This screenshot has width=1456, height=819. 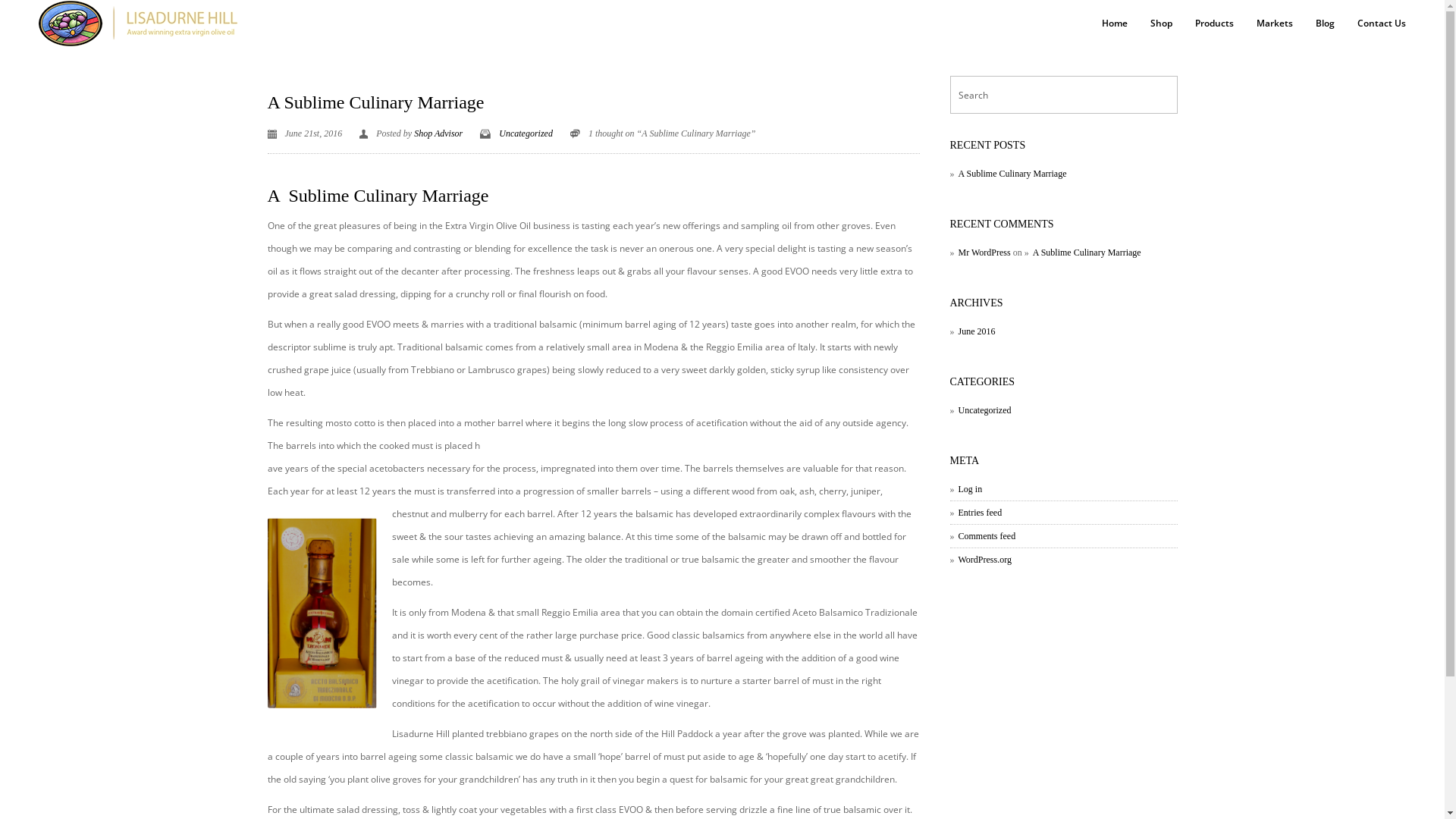 What do you see at coordinates (1382, 23) in the screenshot?
I see `'Contact Us'` at bounding box center [1382, 23].